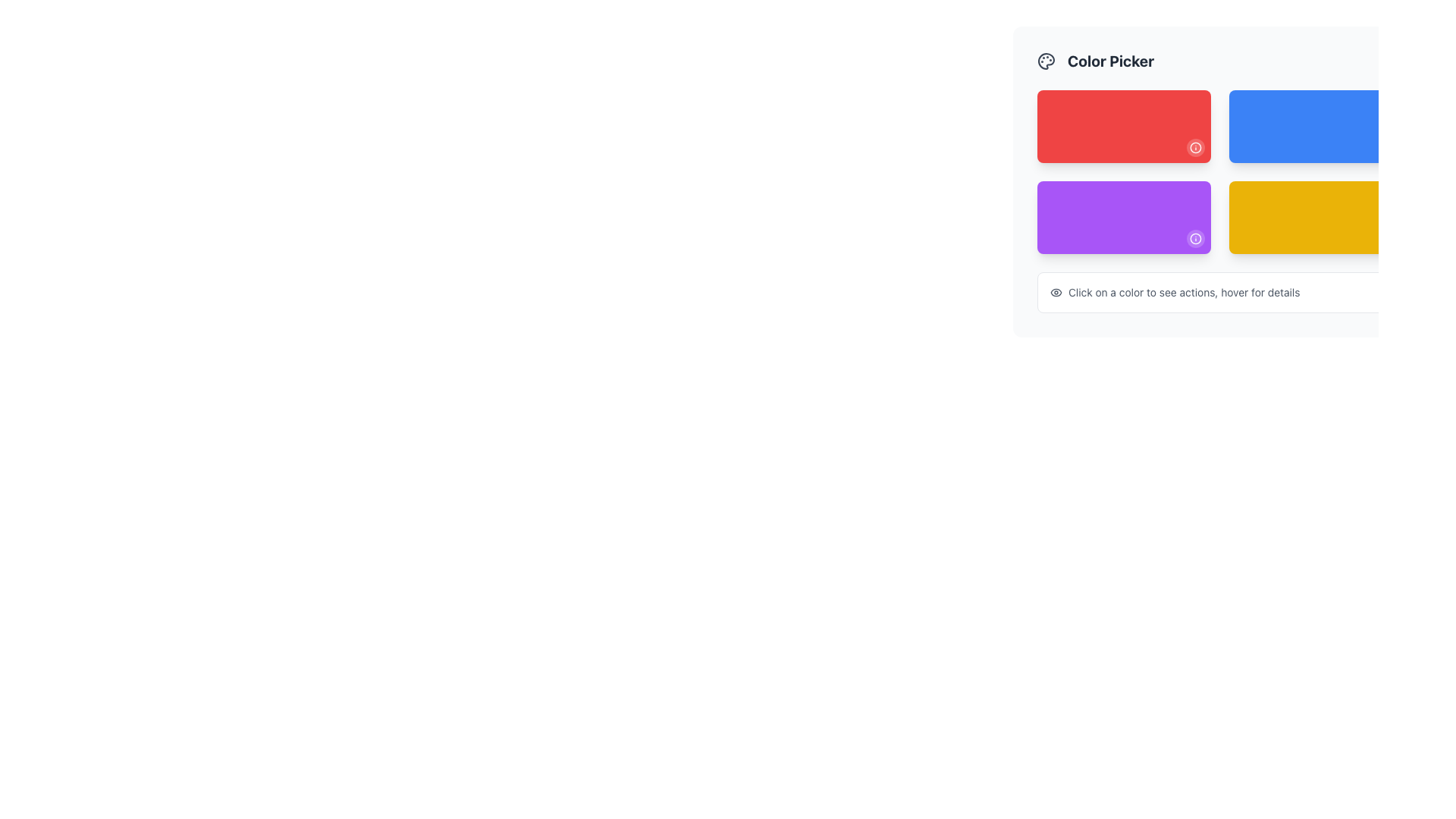 The image size is (1456, 819). What do you see at coordinates (1046, 61) in the screenshot?
I see `the circular gray palette icon located to the left of the 'Color Picker' heading` at bounding box center [1046, 61].